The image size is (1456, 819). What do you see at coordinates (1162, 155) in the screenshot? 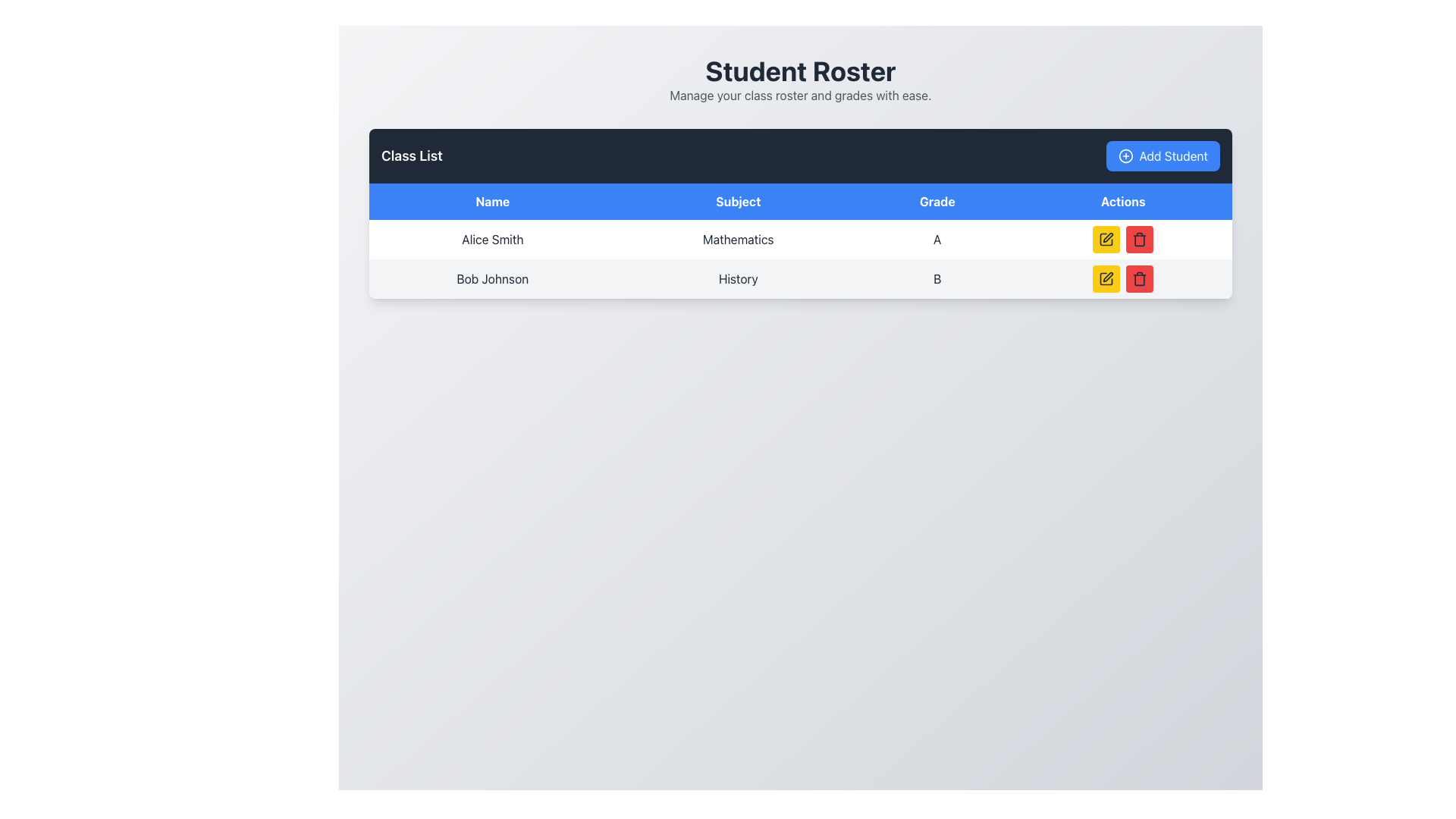
I see `the 'Add Student' button located in the top-right corner of the header section labeled as 'Class List'` at bounding box center [1162, 155].